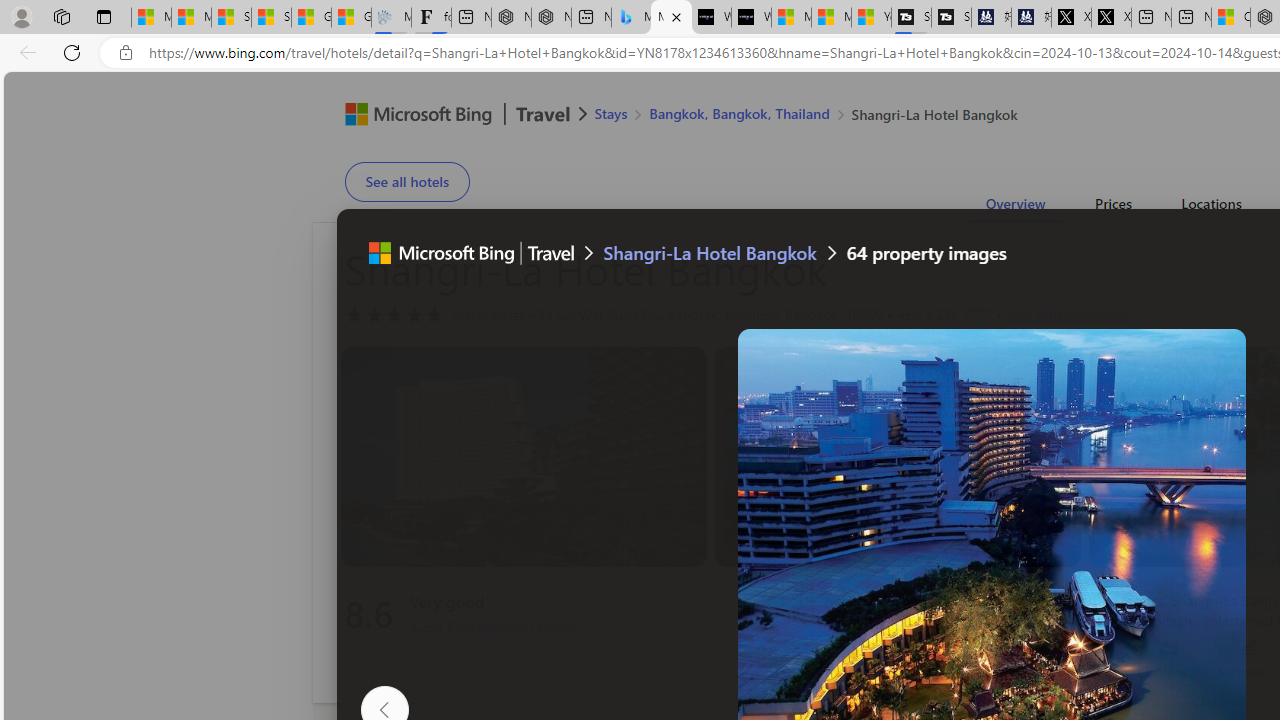 The image size is (1280, 720). Describe the element at coordinates (351, 17) in the screenshot. I see `'Gilma and Hector both pose tropical trouble for Hawaii'` at that location.